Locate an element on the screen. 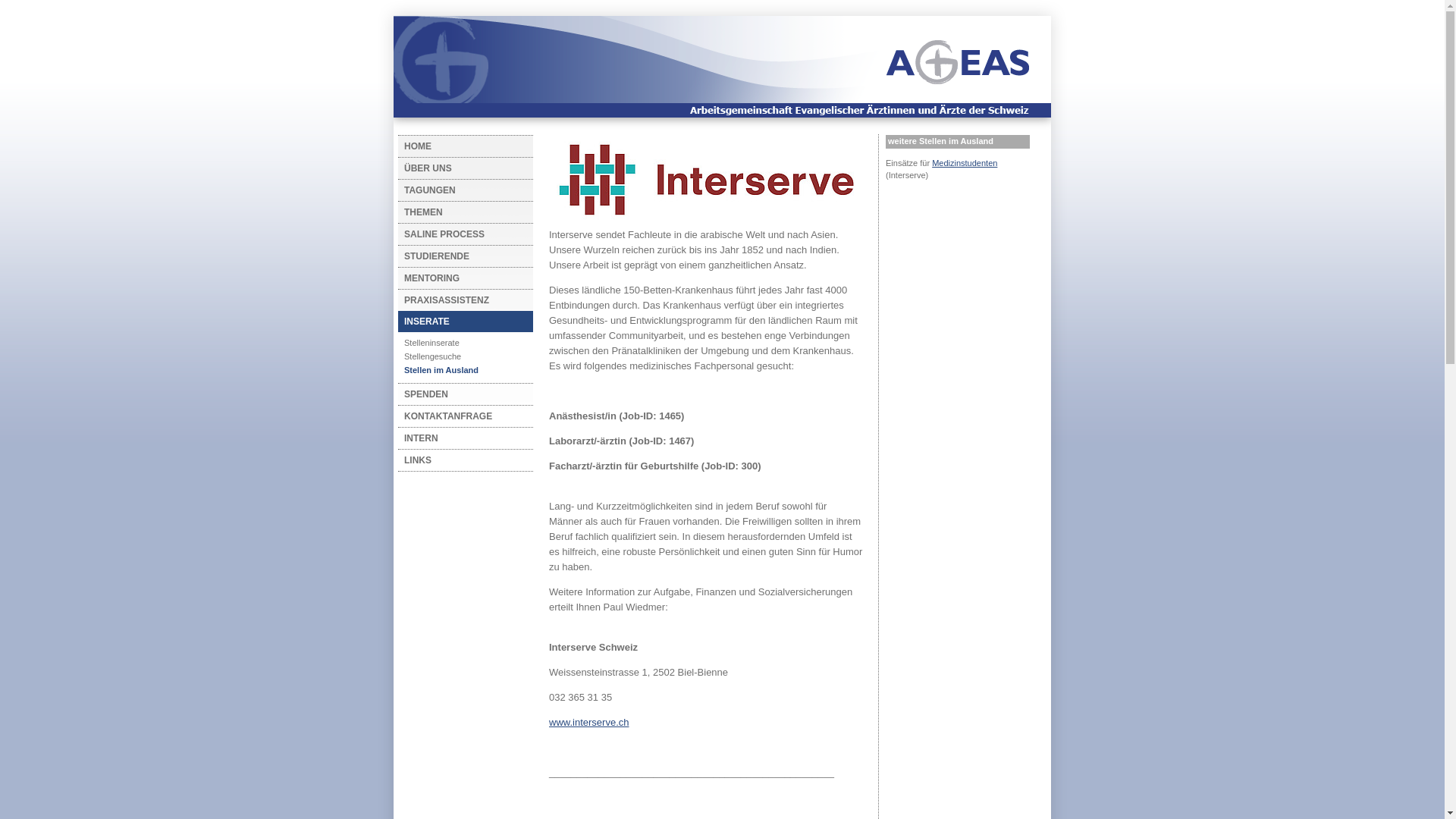 The image size is (1456, 819). 'TAGUNGEN' is located at coordinates (397, 189).